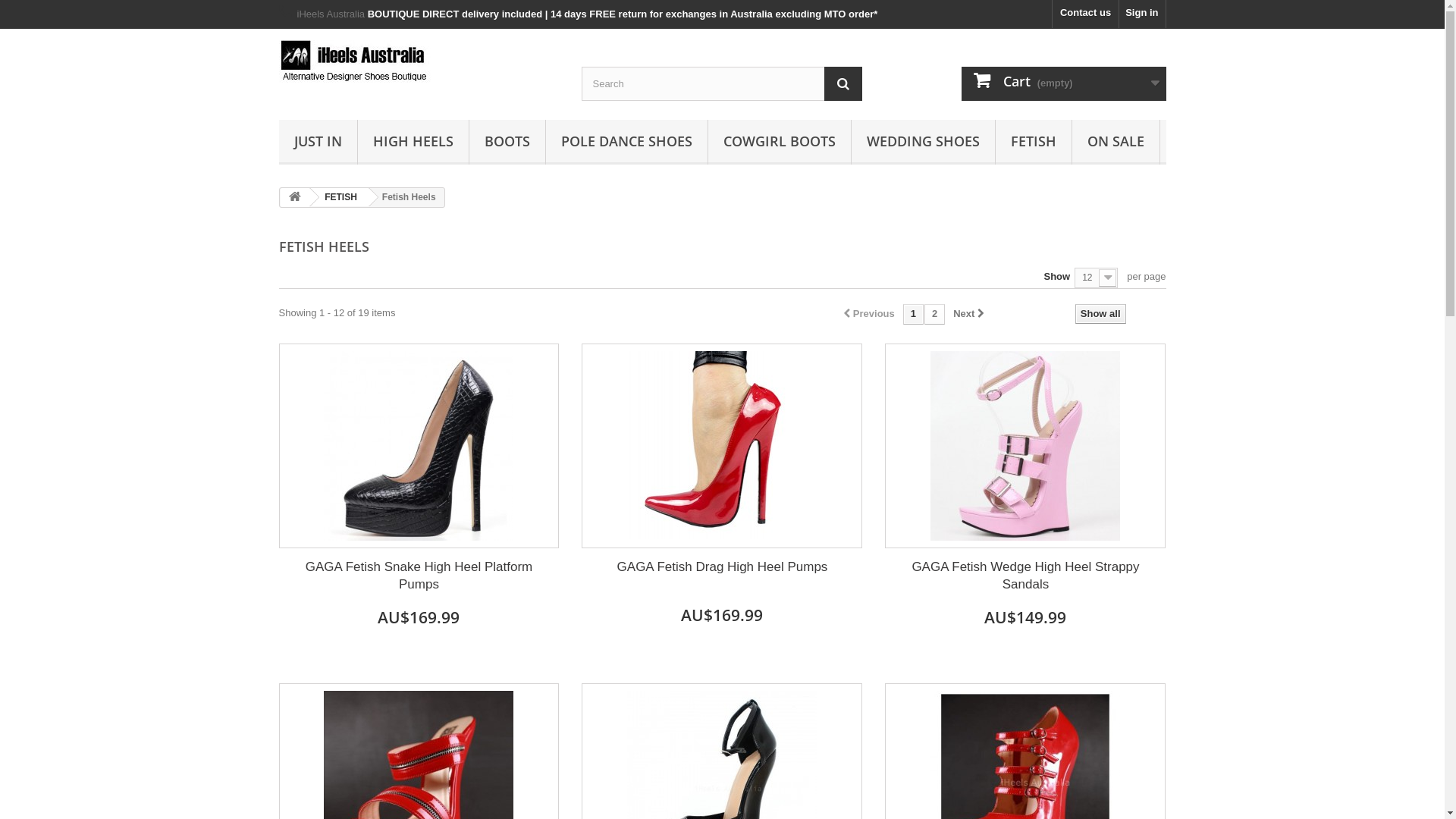 The height and width of the screenshot is (819, 1456). I want to click on 'Cart (empty)', so click(960, 83).